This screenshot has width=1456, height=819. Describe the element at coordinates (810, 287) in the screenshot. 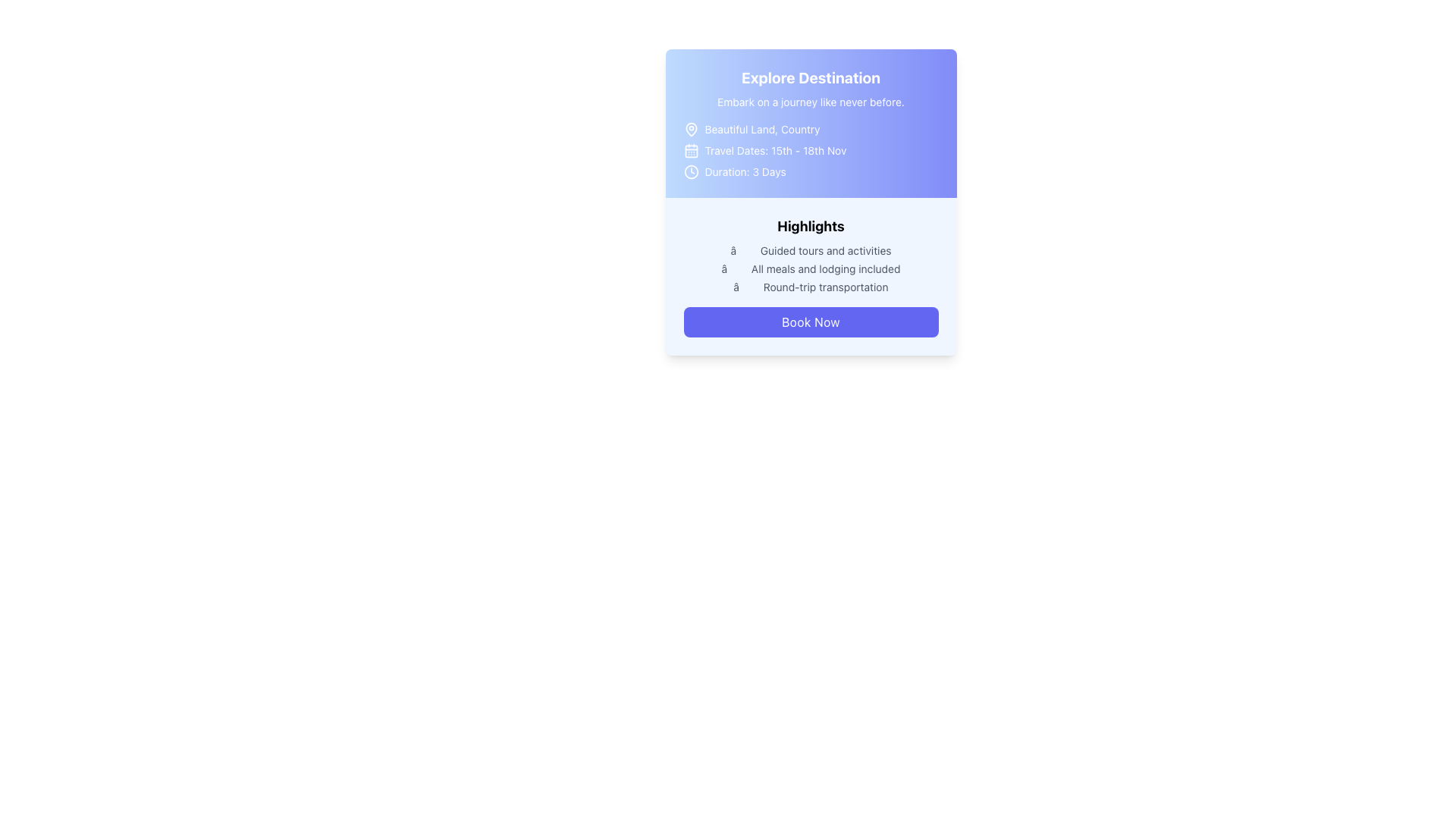

I see `the Text Label element that reads '✓ Round-trip transportation', which is the third item in the vertical list of features under the 'Highlights' header` at that location.